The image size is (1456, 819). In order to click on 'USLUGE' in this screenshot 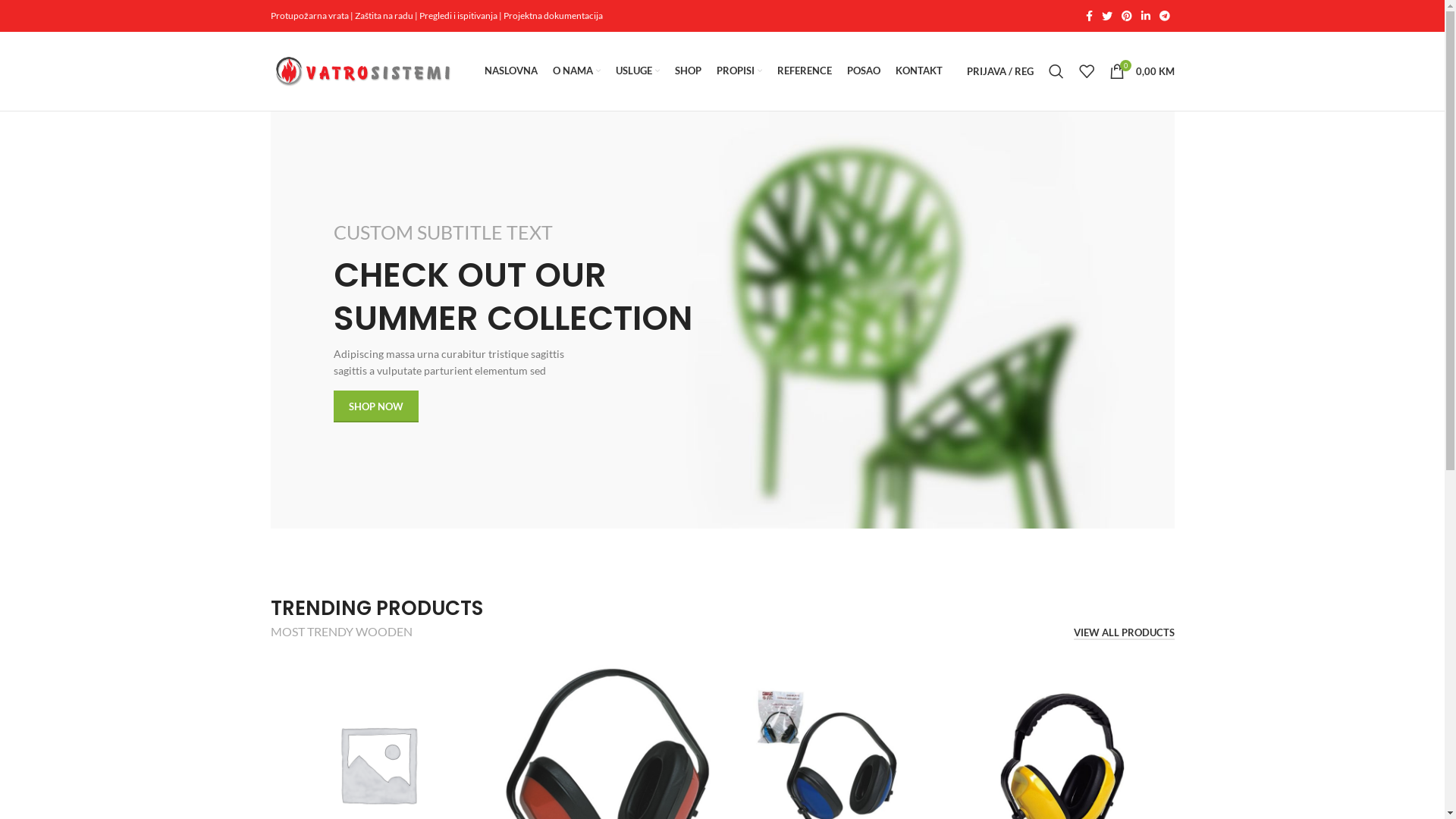, I will do `click(637, 71)`.